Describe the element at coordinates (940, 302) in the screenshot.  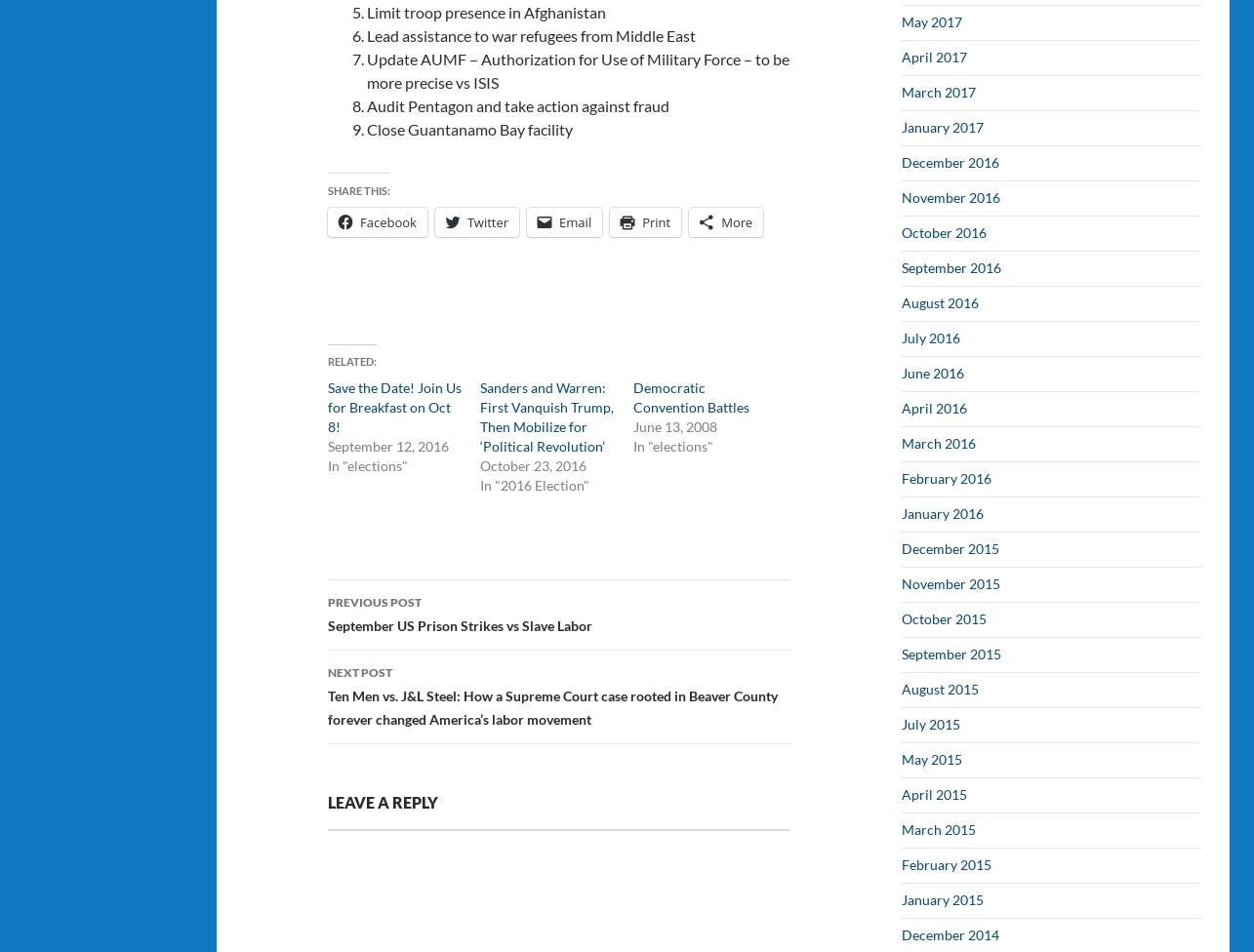
I see `'August 2016'` at that location.